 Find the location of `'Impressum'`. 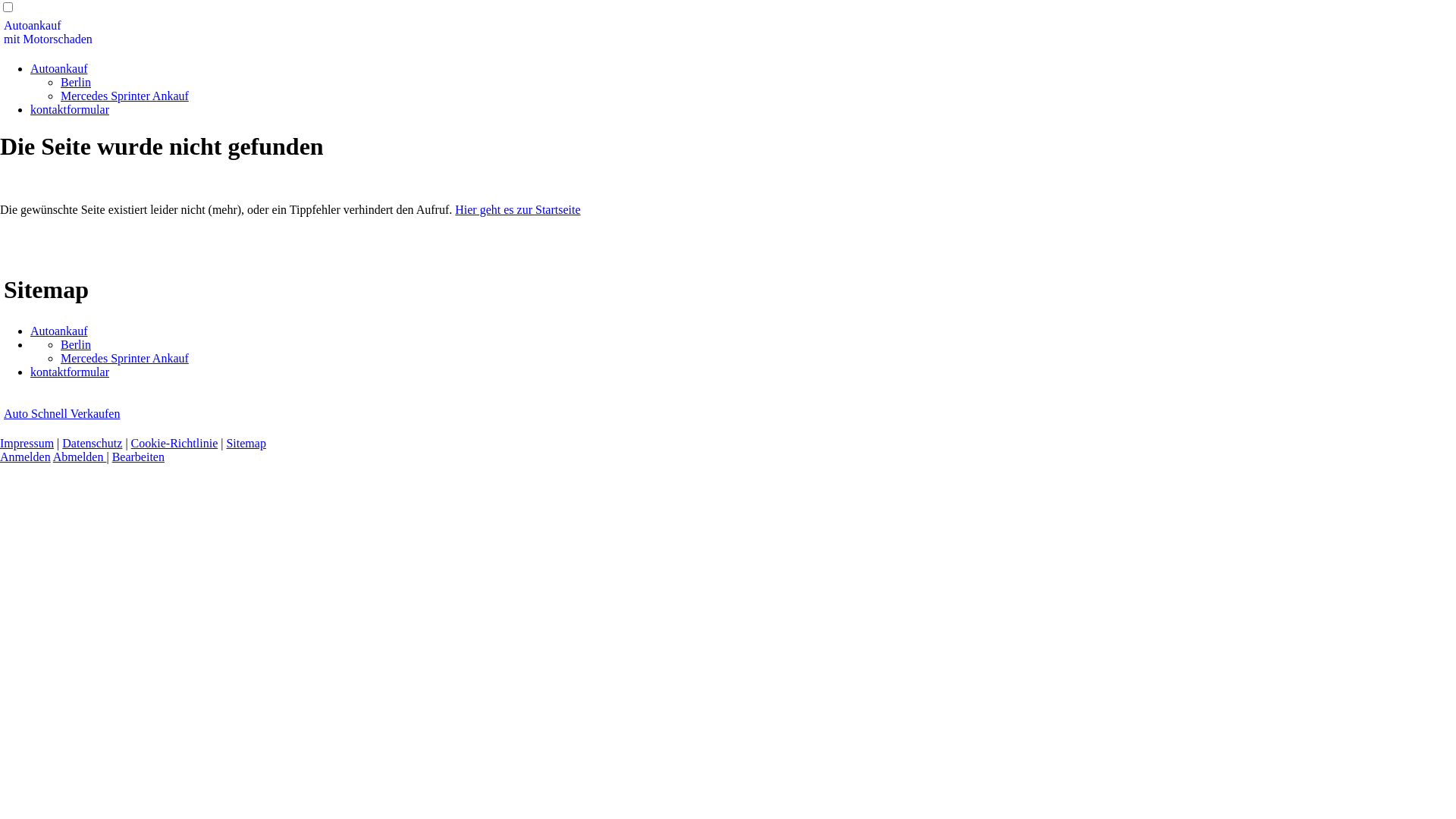

'Impressum' is located at coordinates (27, 443).